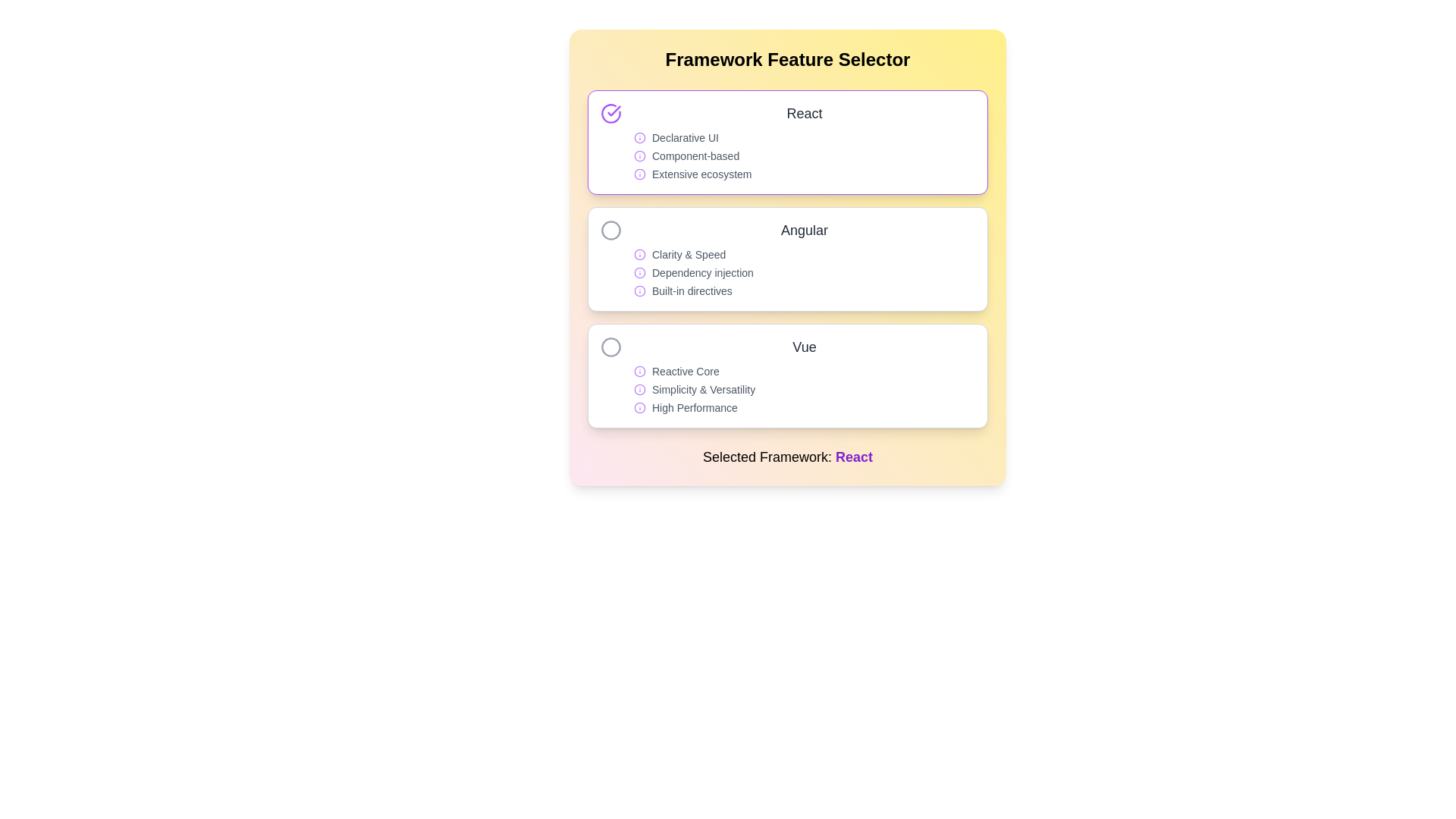 The height and width of the screenshot is (819, 1456). What do you see at coordinates (640, 137) in the screenshot?
I see `the icon located to the left of the 'Declarative UI' text in the 'React' feature group` at bounding box center [640, 137].